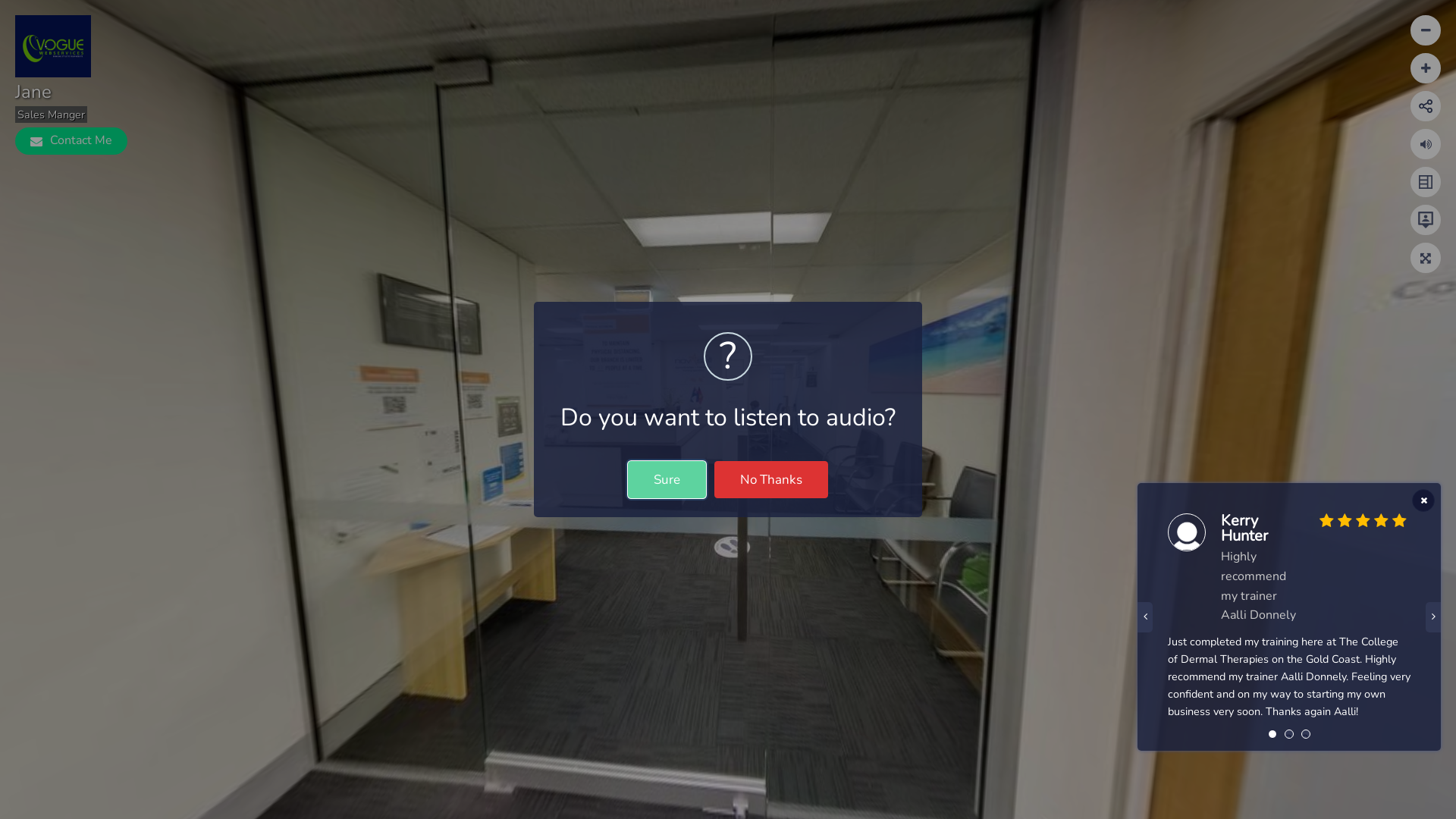 This screenshot has width=1456, height=819. What do you see at coordinates (1425, 256) in the screenshot?
I see `'Full Screen'` at bounding box center [1425, 256].